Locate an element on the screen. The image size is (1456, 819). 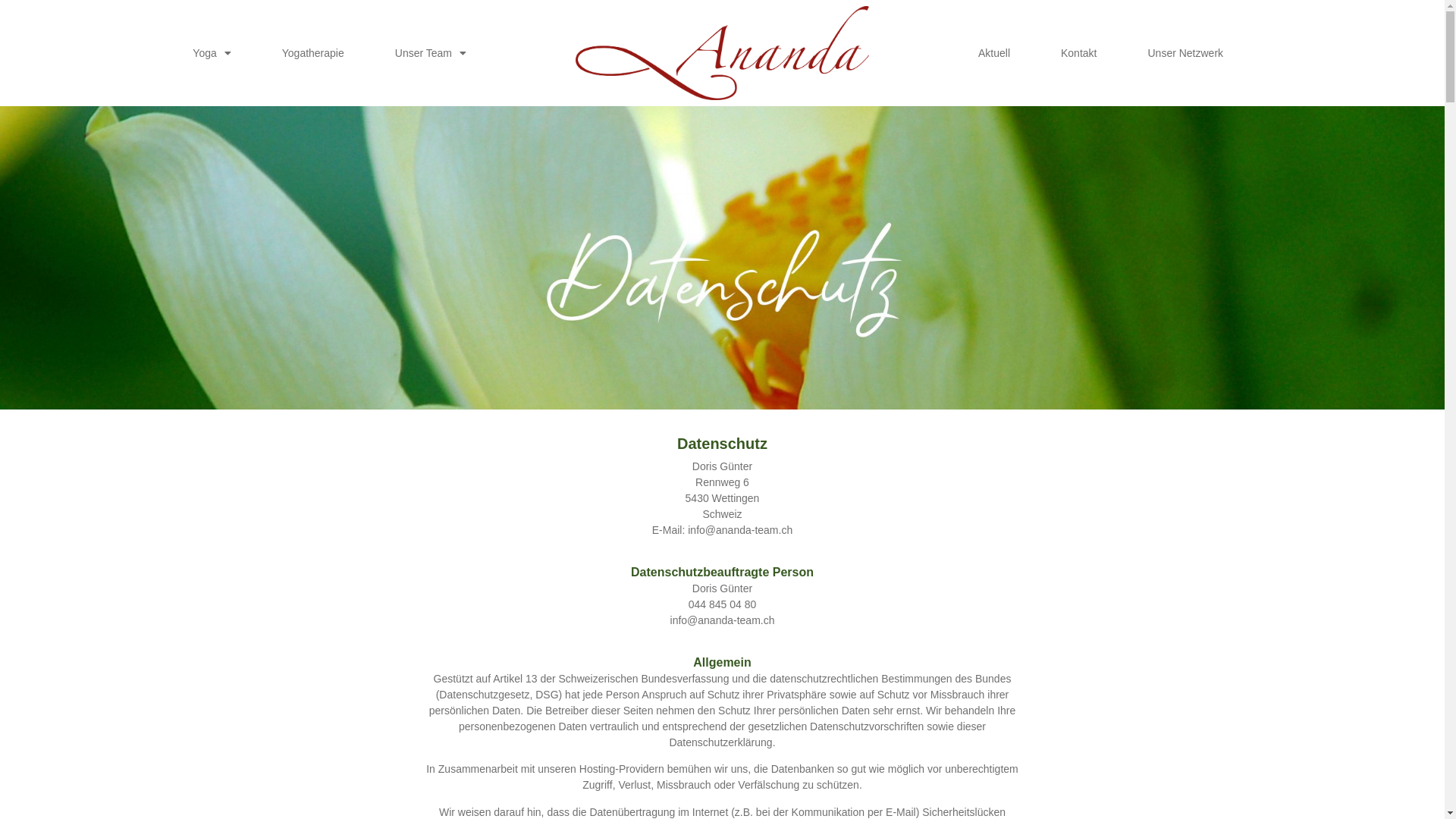
'Unser Netzwerk' is located at coordinates (1185, 52).